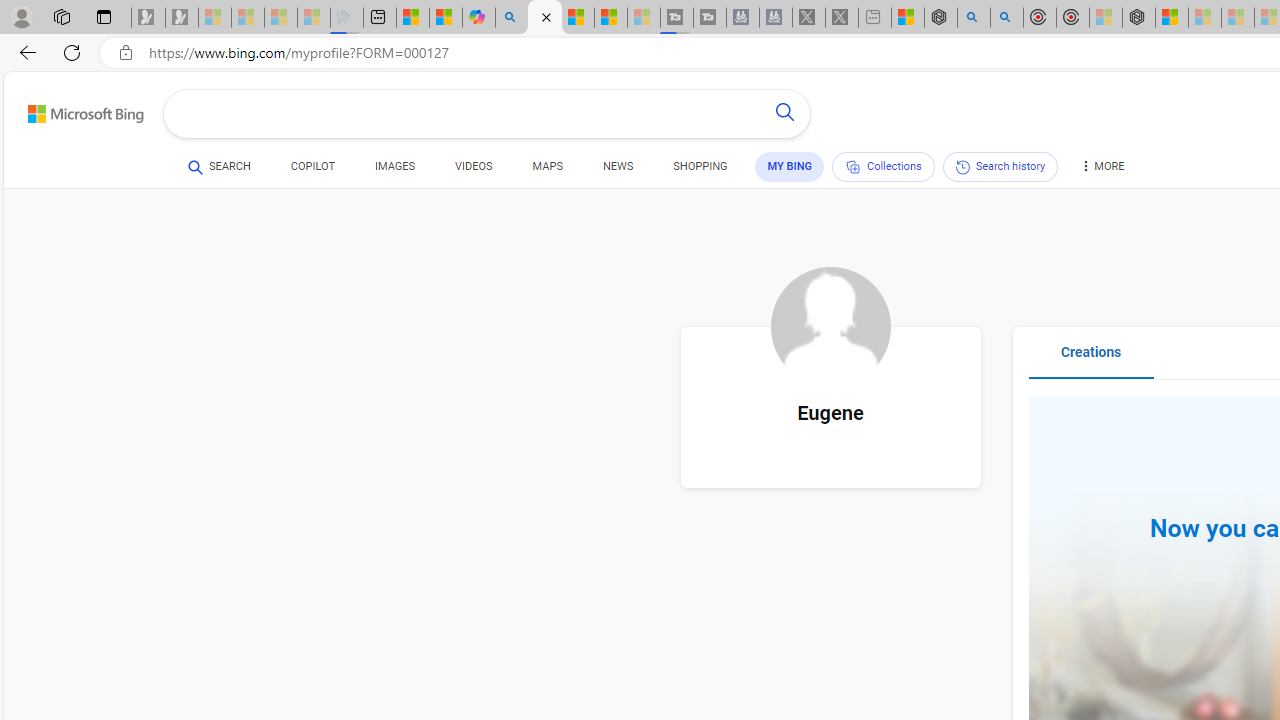  Describe the element at coordinates (1100, 166) in the screenshot. I see `'Dropdown Menu'` at that location.